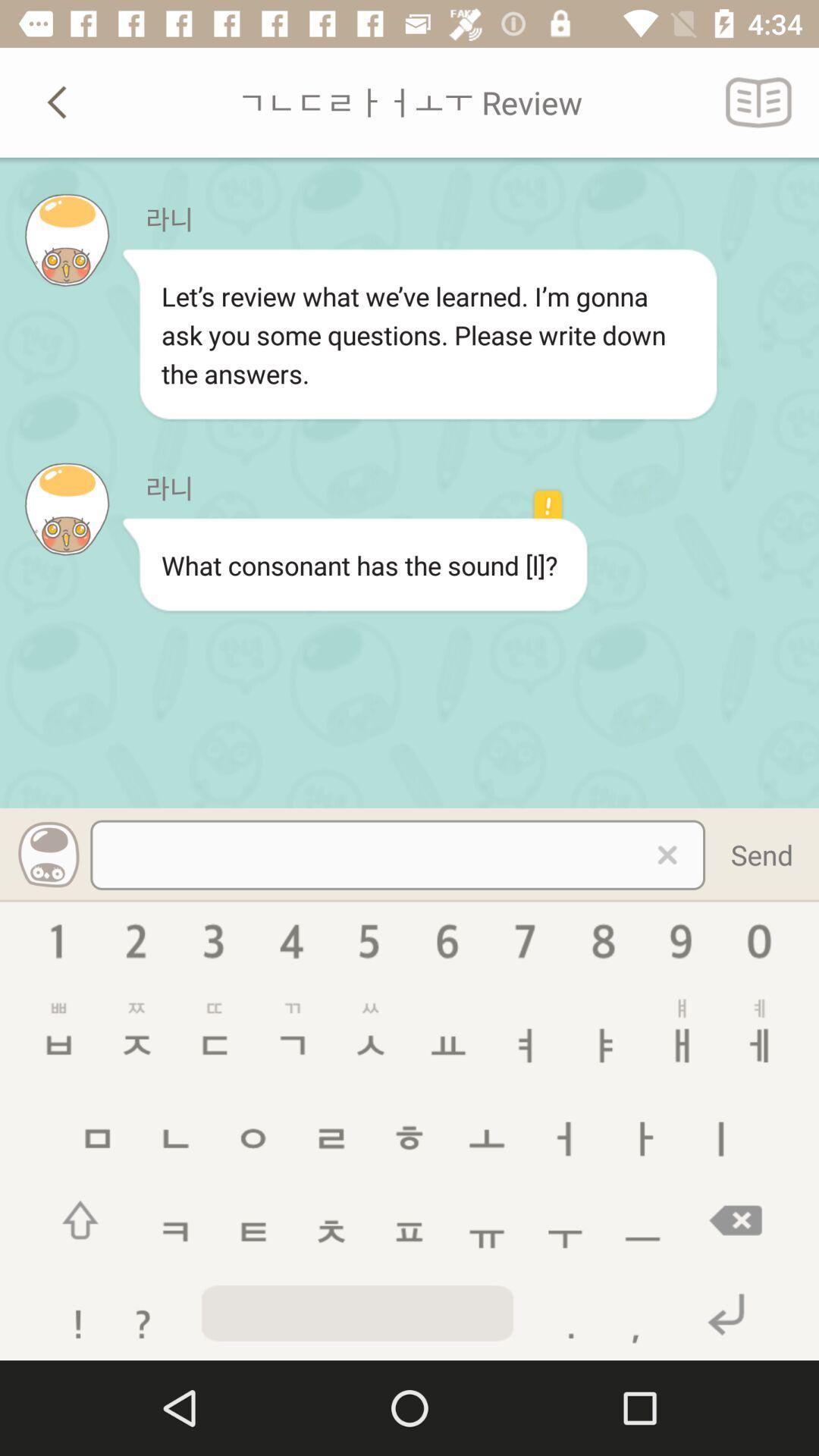 This screenshot has height=1456, width=819. I want to click on the add icon, so click(487, 1220).